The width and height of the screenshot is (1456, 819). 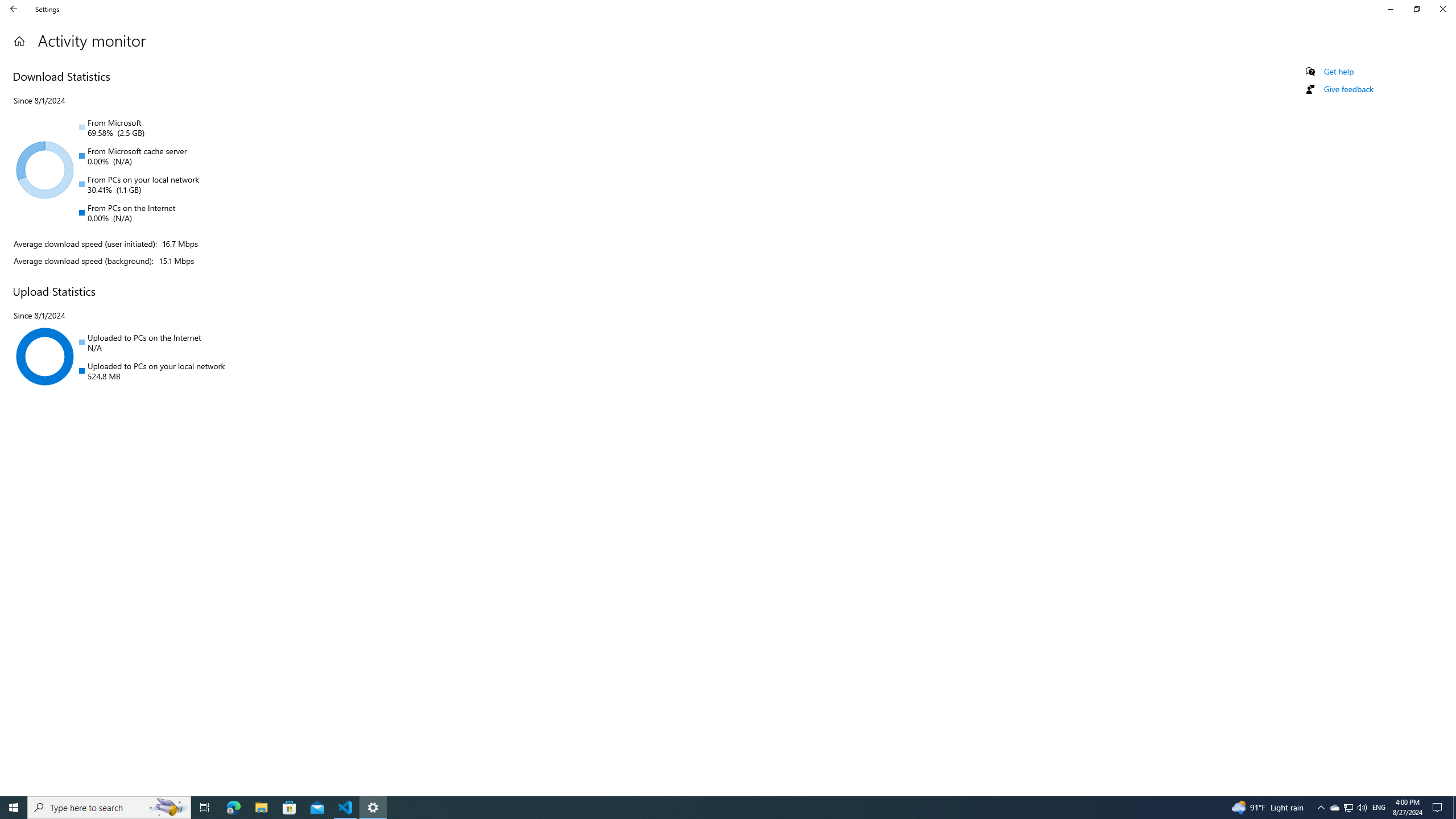 I want to click on 'Back', so click(x=14, y=9).